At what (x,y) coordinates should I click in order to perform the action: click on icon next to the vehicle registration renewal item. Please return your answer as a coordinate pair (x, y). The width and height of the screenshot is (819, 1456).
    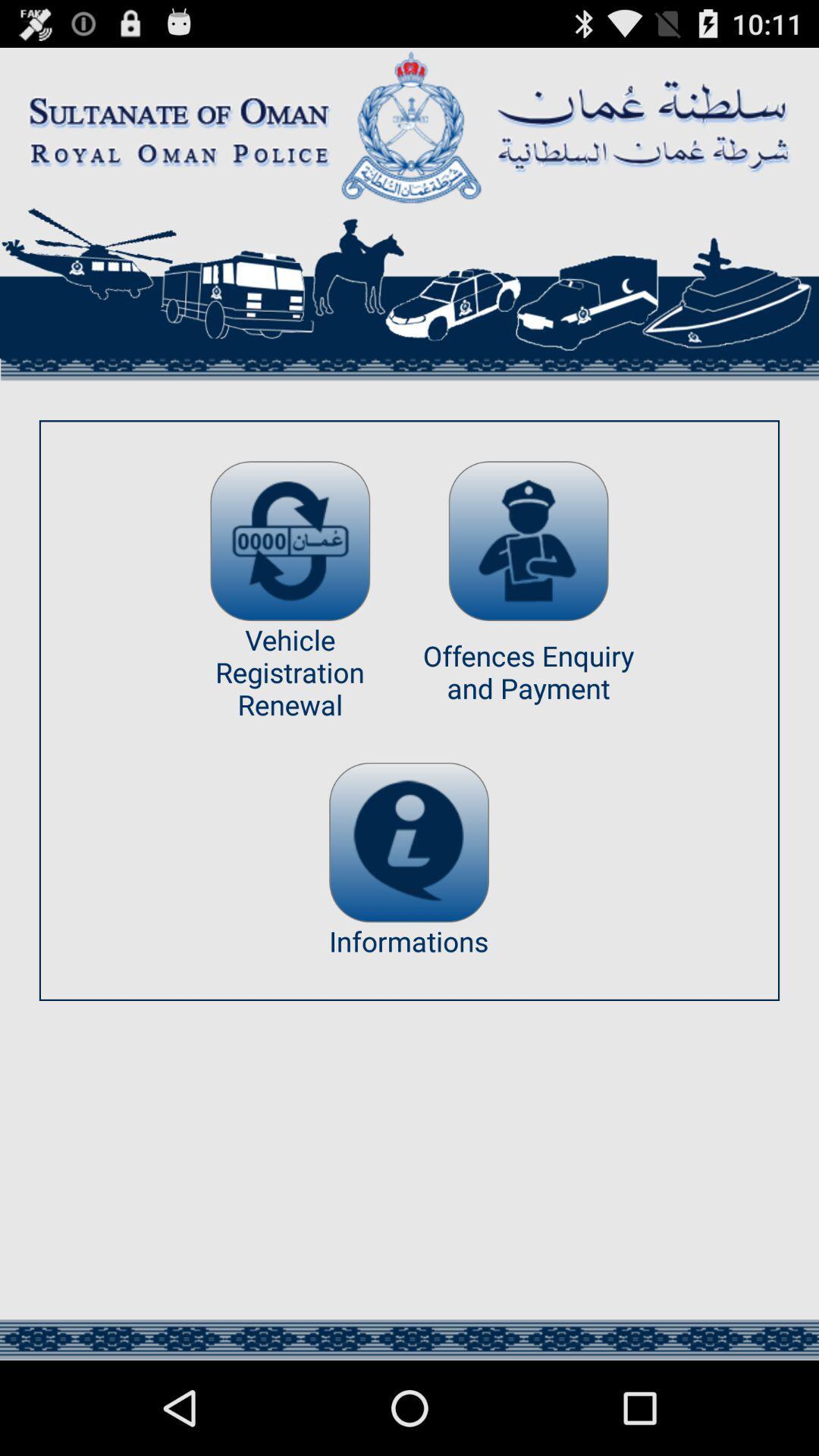
    Looking at the image, I should click on (528, 541).